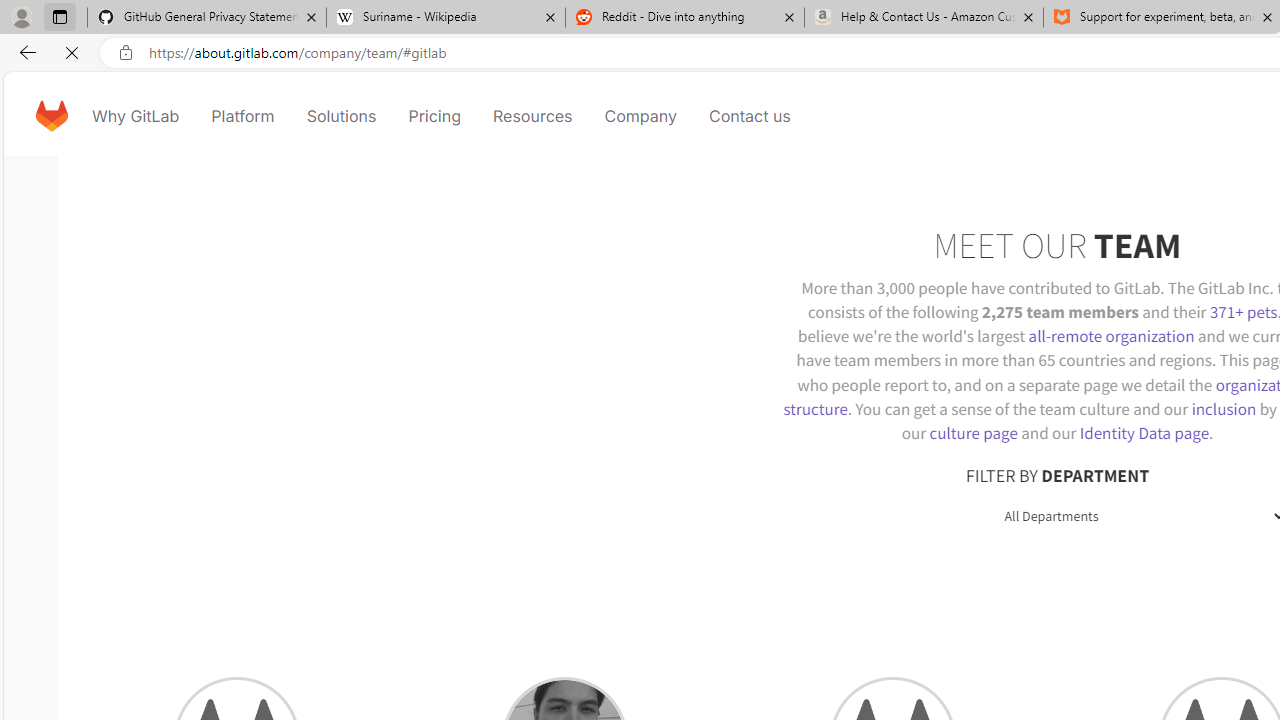  Describe the element at coordinates (341, 115) in the screenshot. I see `'Solutions'` at that location.